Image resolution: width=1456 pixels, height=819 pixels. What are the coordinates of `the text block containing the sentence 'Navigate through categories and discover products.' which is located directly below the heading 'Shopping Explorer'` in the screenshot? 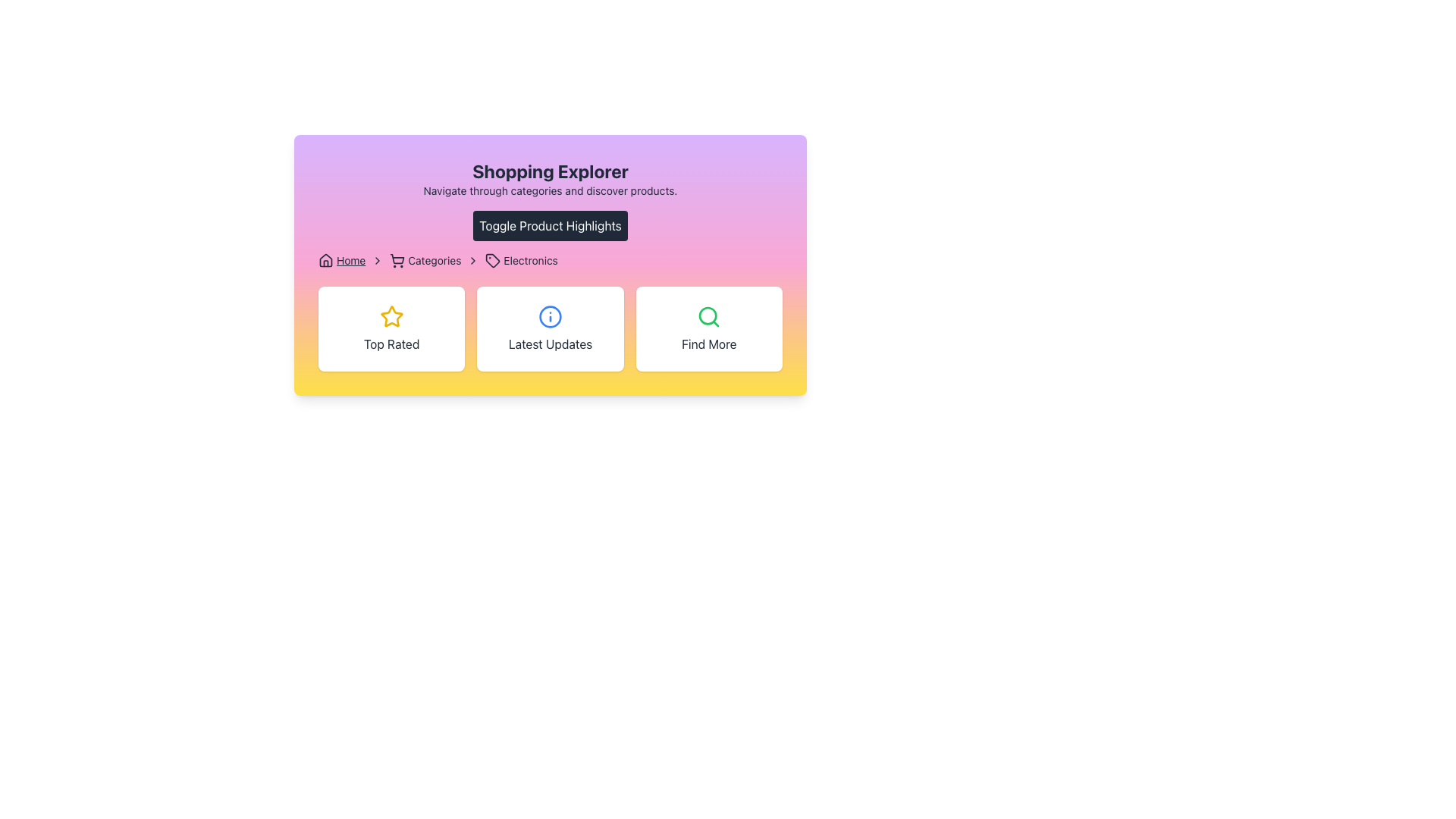 It's located at (549, 190).